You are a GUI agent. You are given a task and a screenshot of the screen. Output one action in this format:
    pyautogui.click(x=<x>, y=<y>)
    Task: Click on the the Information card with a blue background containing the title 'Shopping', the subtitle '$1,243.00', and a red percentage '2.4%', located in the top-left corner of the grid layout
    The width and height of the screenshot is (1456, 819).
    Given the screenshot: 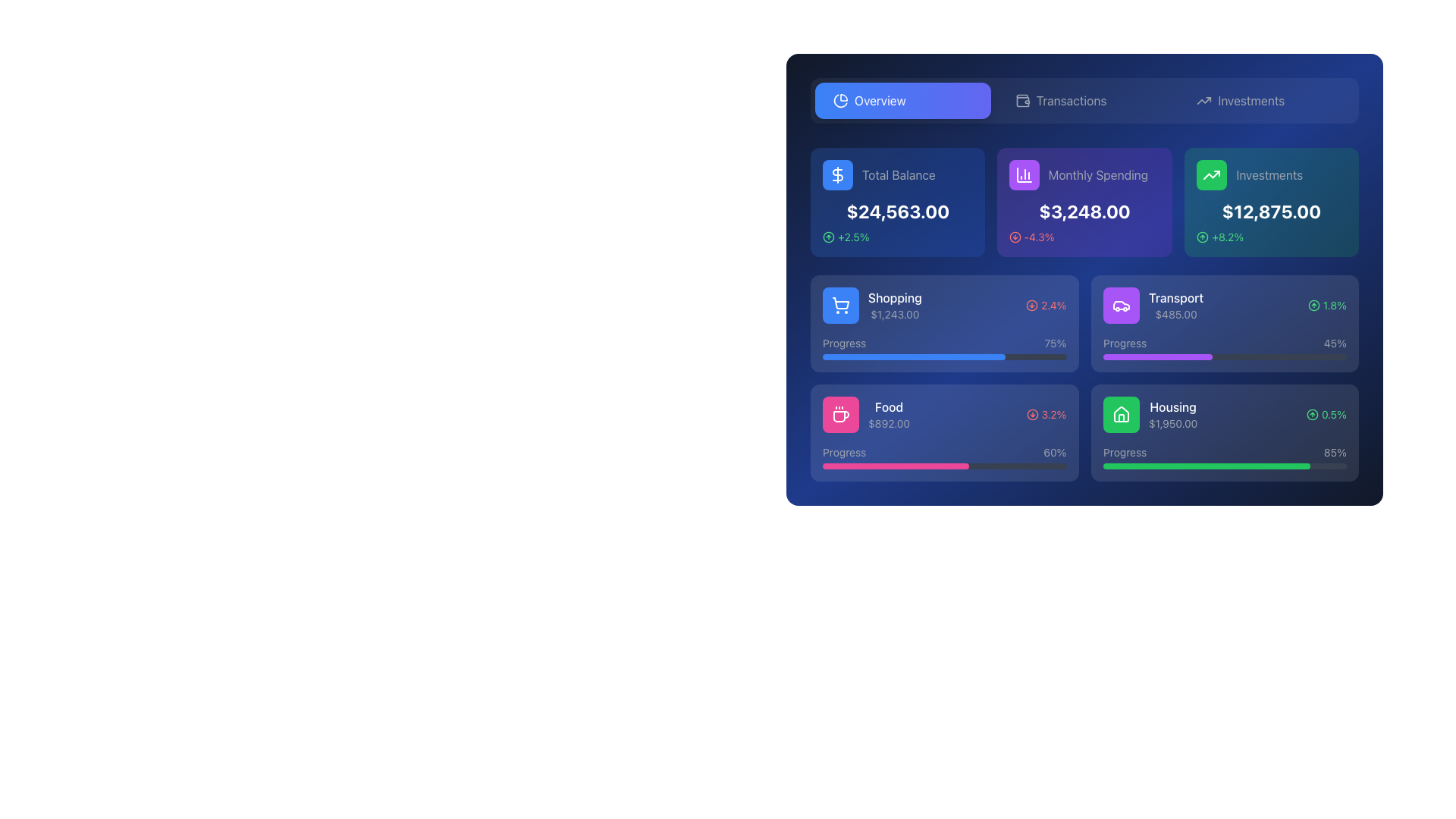 What is the action you would take?
    pyautogui.click(x=943, y=323)
    